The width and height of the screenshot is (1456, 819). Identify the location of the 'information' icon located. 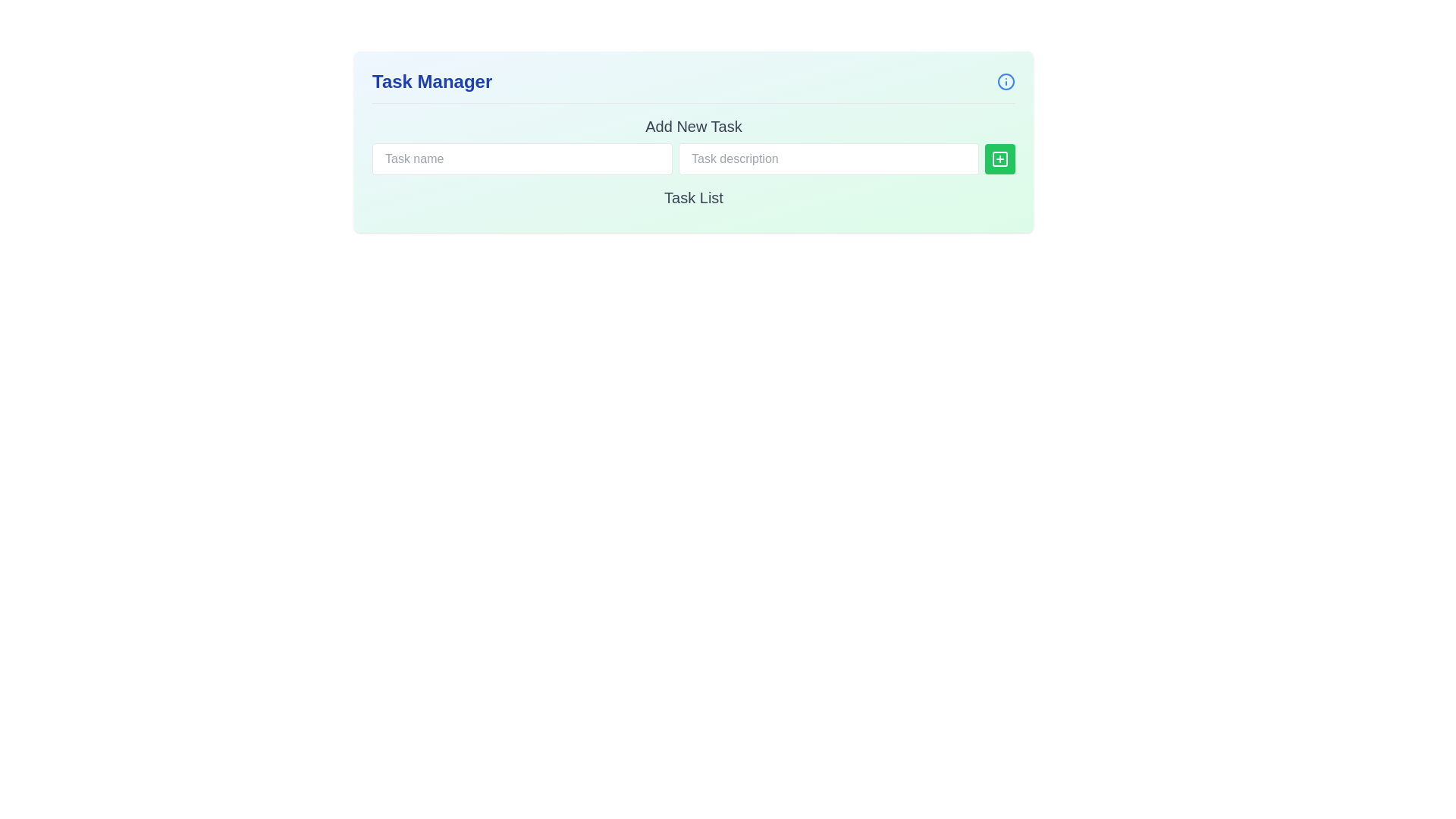
(1006, 82).